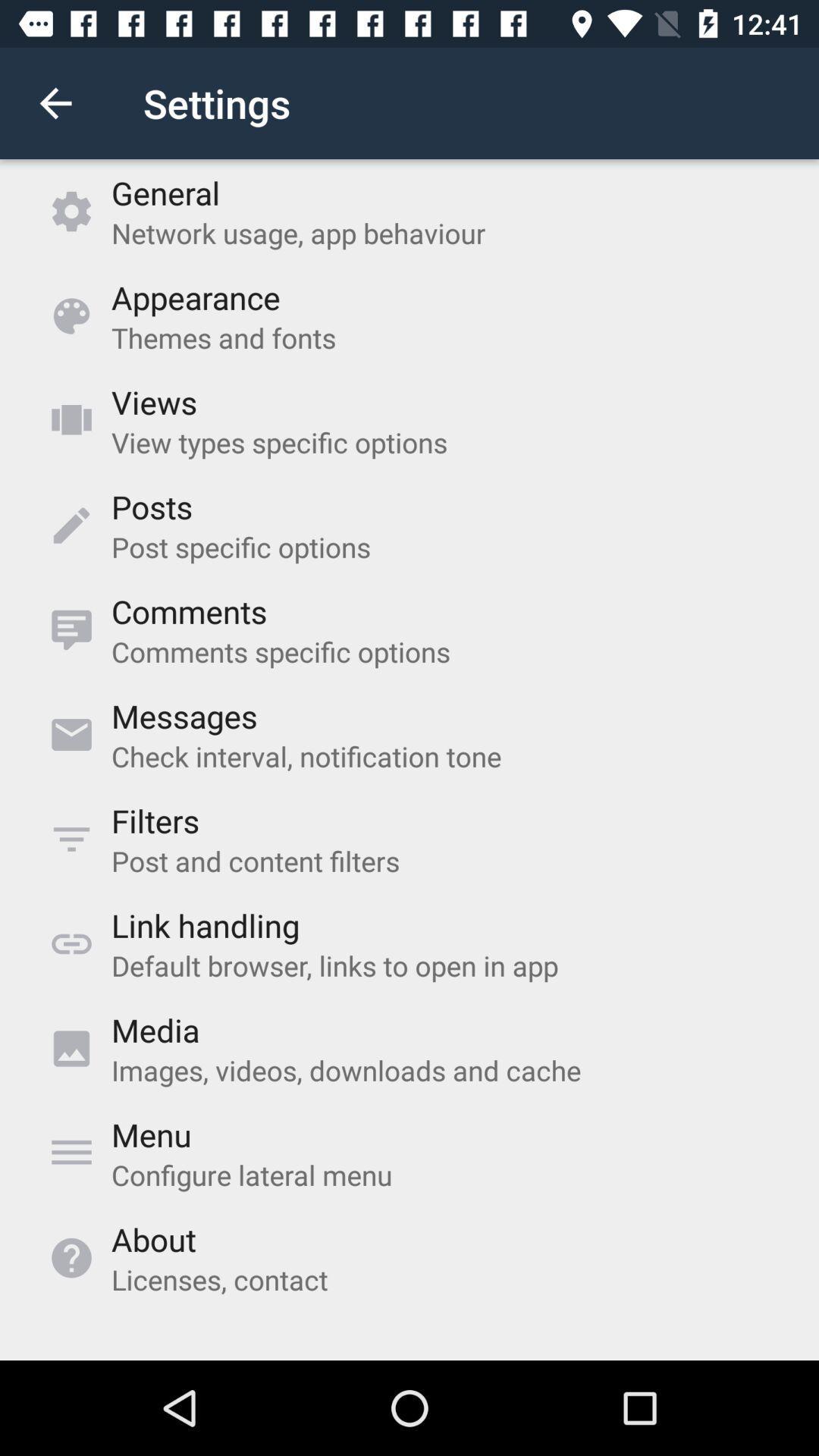  Describe the element at coordinates (165, 192) in the screenshot. I see `general item` at that location.